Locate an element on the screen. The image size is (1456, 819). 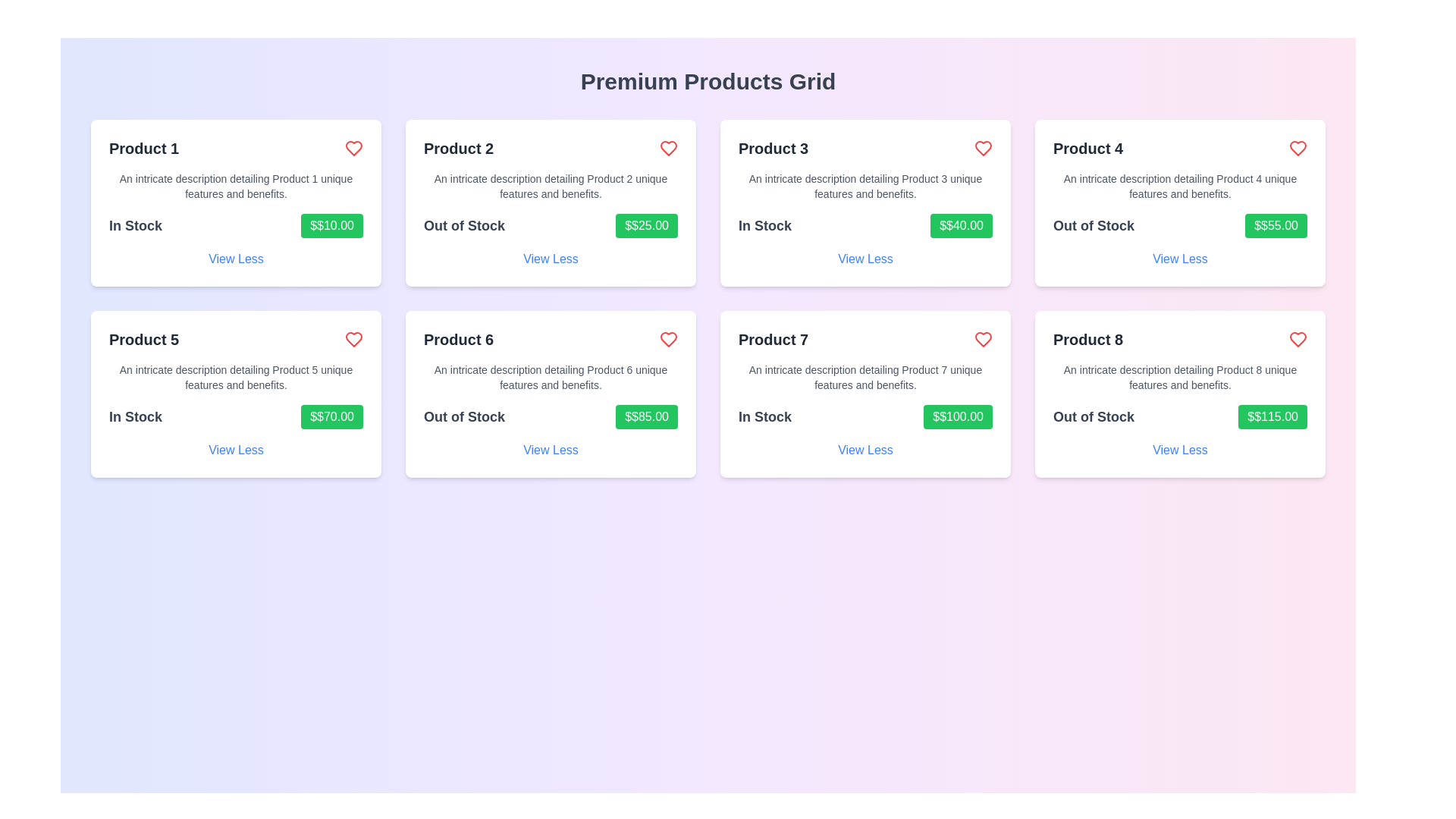
the bold text labeled 'Product 8' located in the bottom-right card of the grid layout, positioned at the top-left corner of the card is located at coordinates (1087, 338).